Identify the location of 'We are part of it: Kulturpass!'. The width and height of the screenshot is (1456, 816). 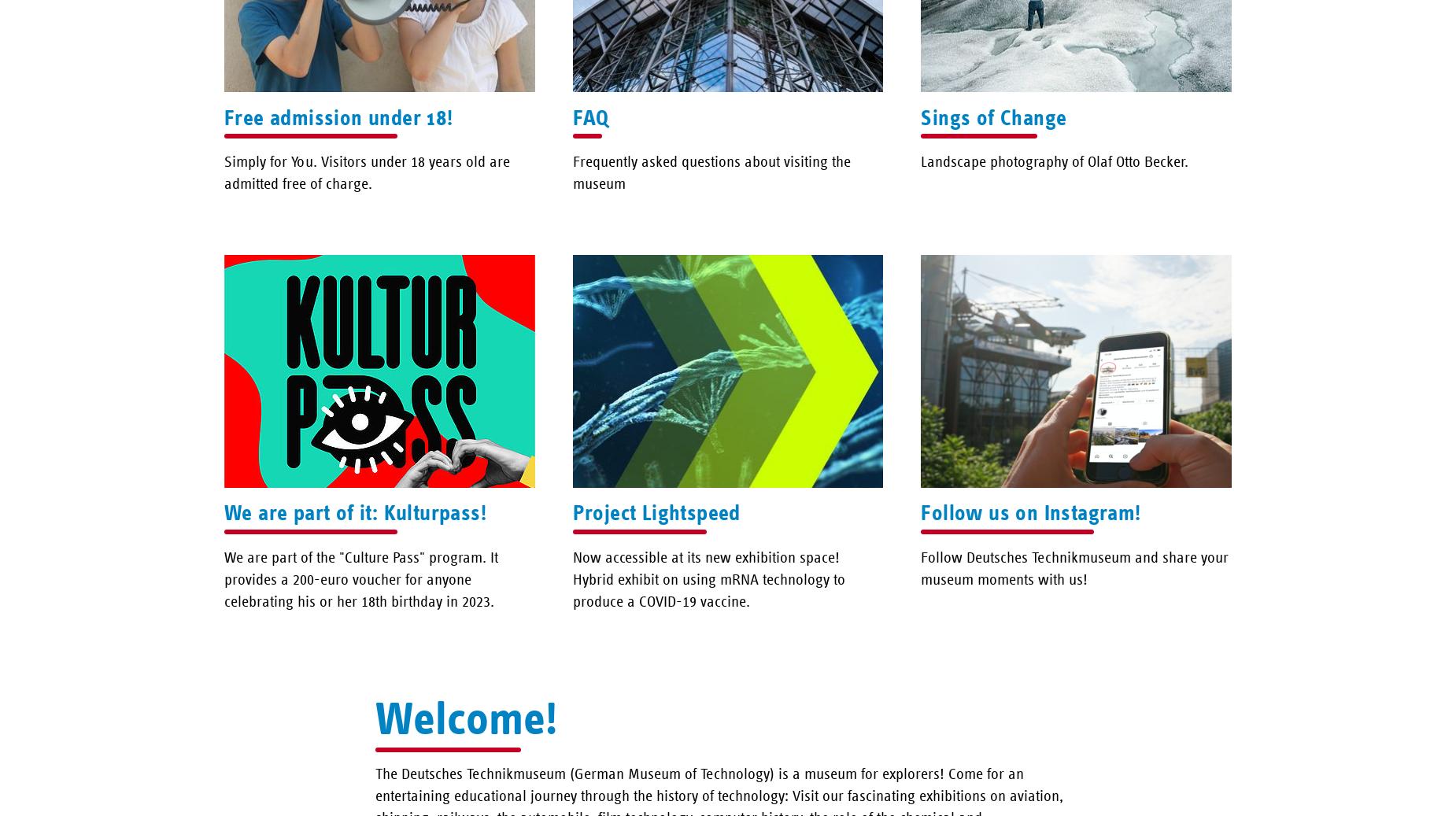
(224, 512).